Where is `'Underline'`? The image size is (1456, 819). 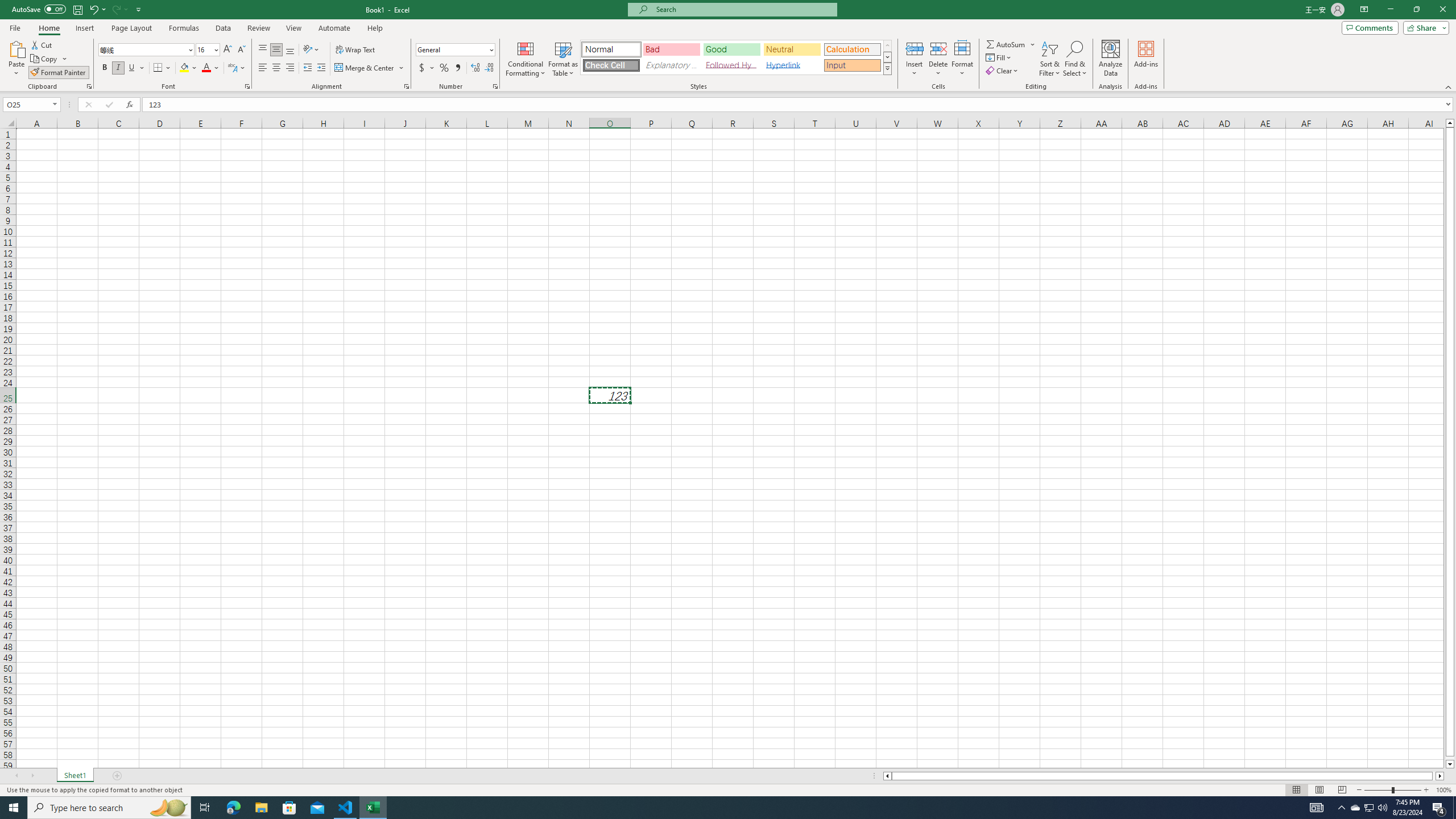
'Underline' is located at coordinates (131, 67).